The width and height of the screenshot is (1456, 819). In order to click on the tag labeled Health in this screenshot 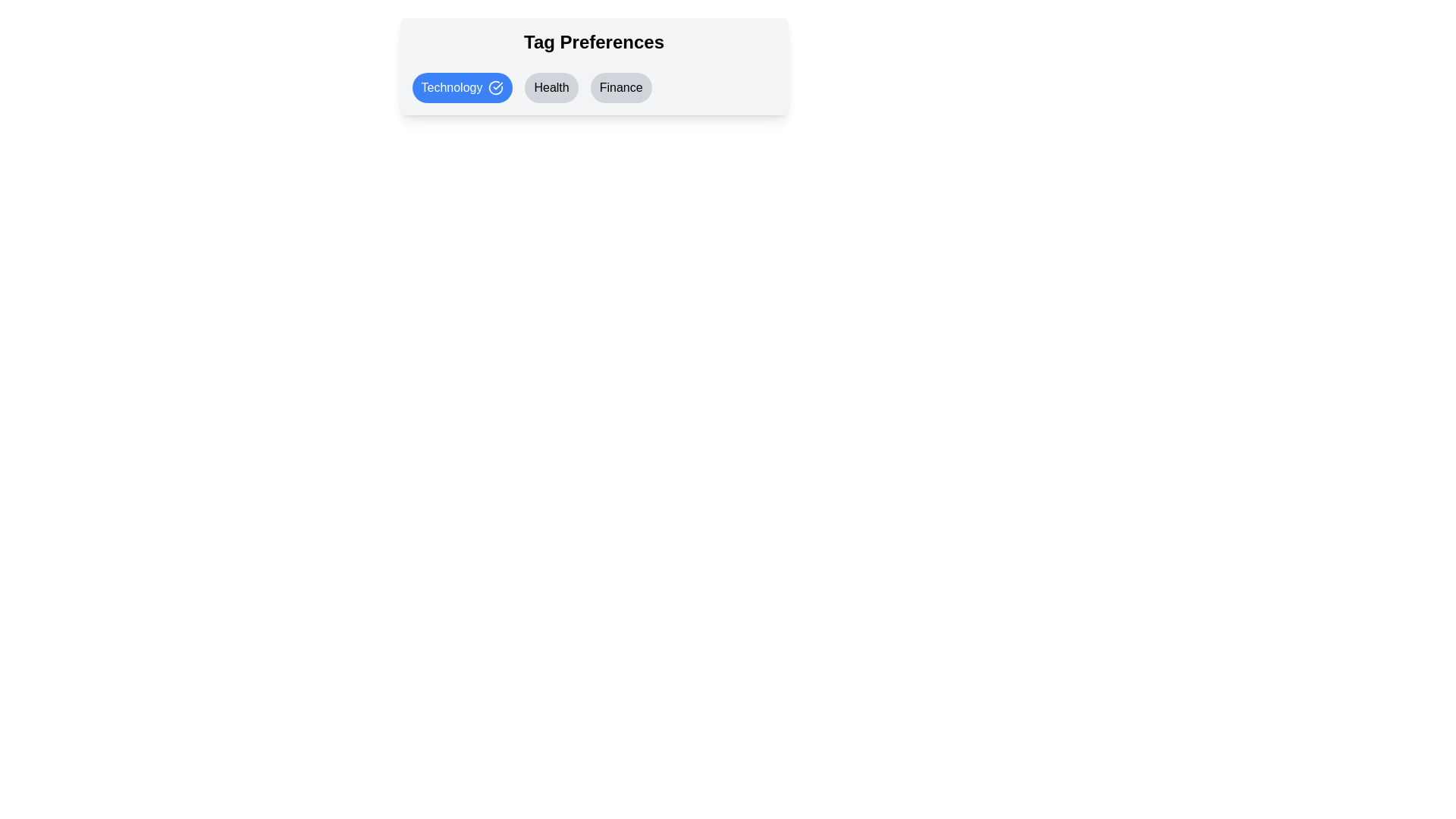, I will do `click(551, 87)`.